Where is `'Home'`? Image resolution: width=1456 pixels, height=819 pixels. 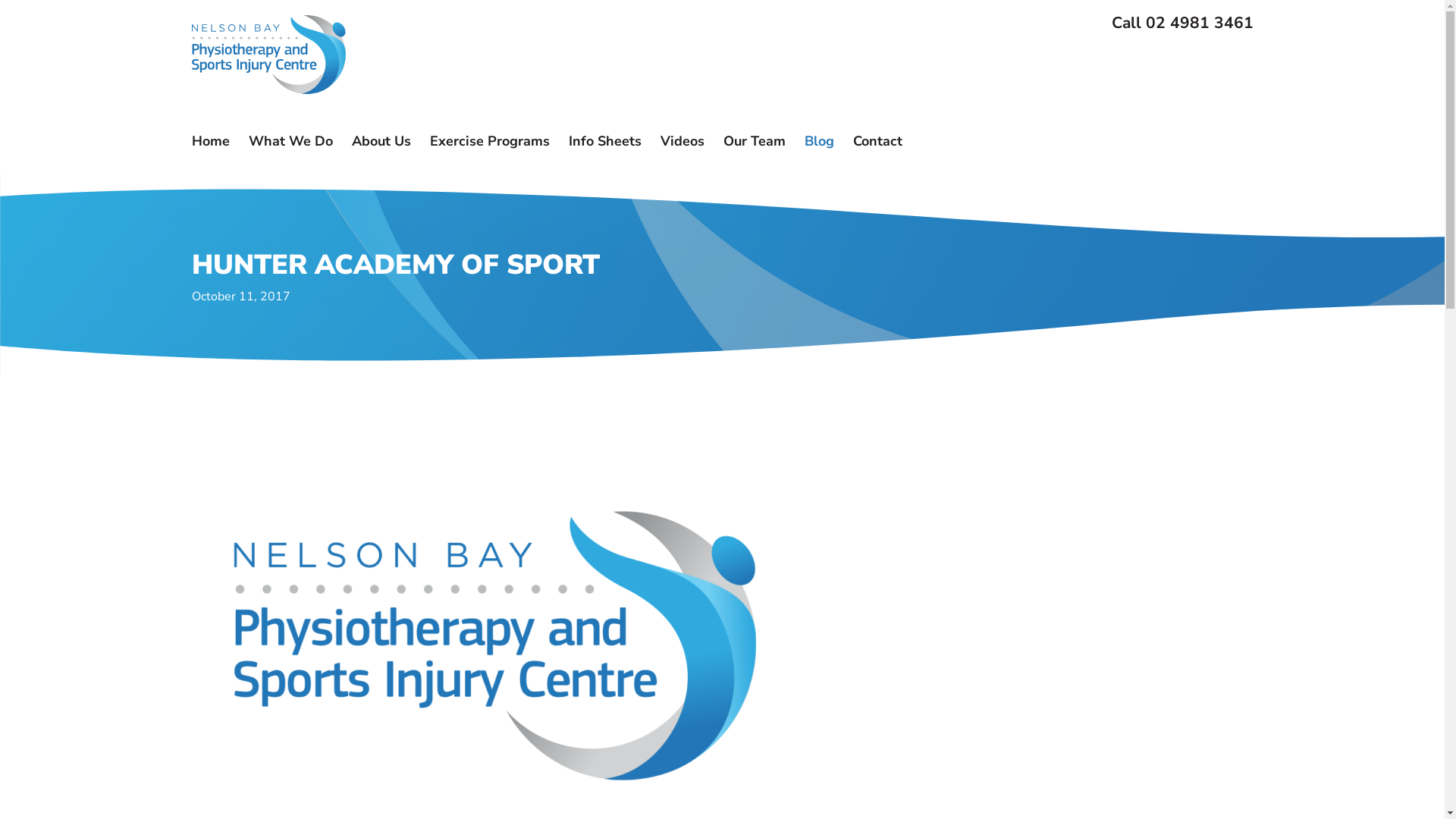 'Home' is located at coordinates (190, 140).